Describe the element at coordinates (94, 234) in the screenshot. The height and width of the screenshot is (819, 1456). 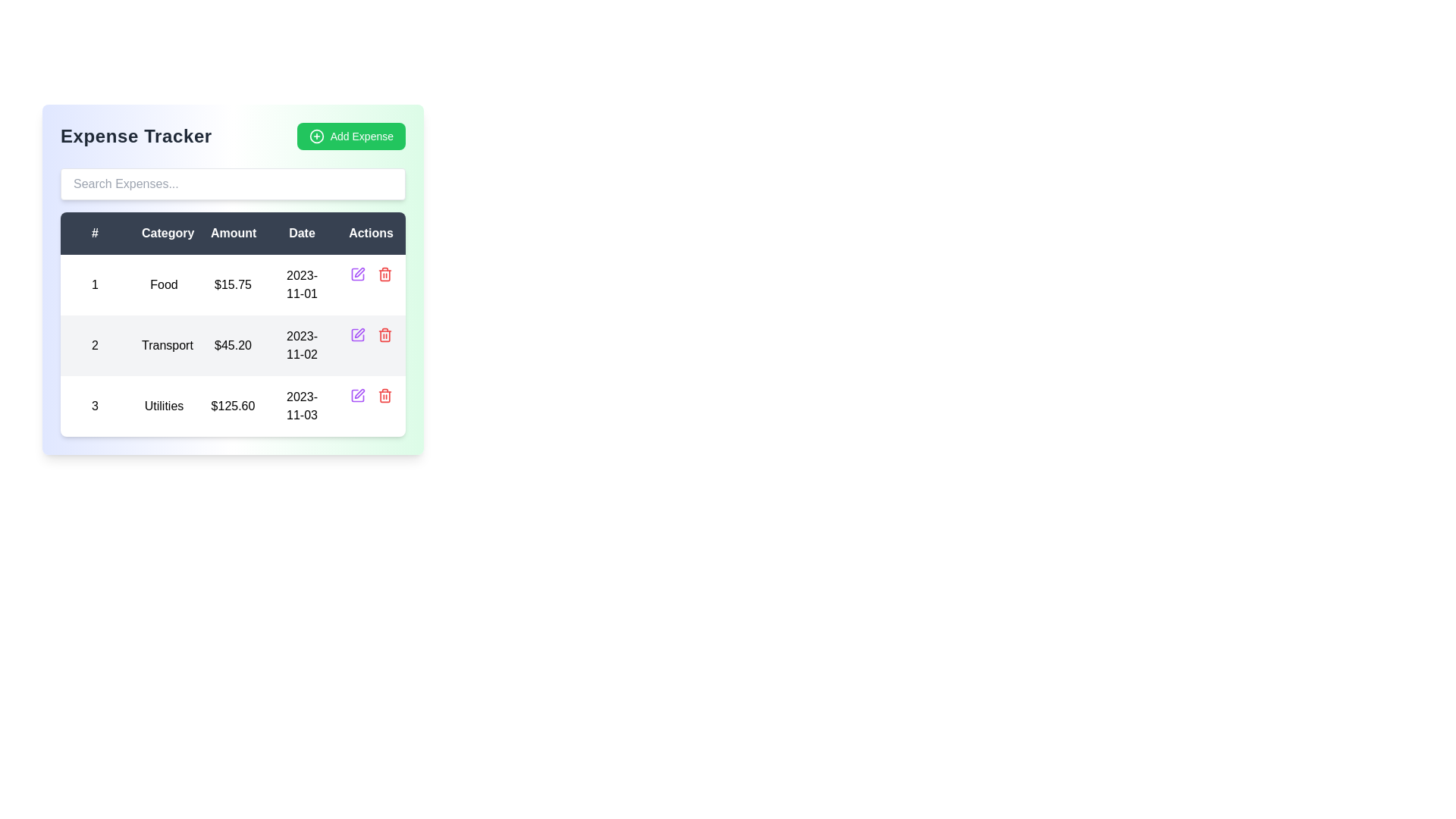
I see `the '#' text label located as the leftmost column header in the darker gray navigation bar of the Expense Tracker section` at that location.